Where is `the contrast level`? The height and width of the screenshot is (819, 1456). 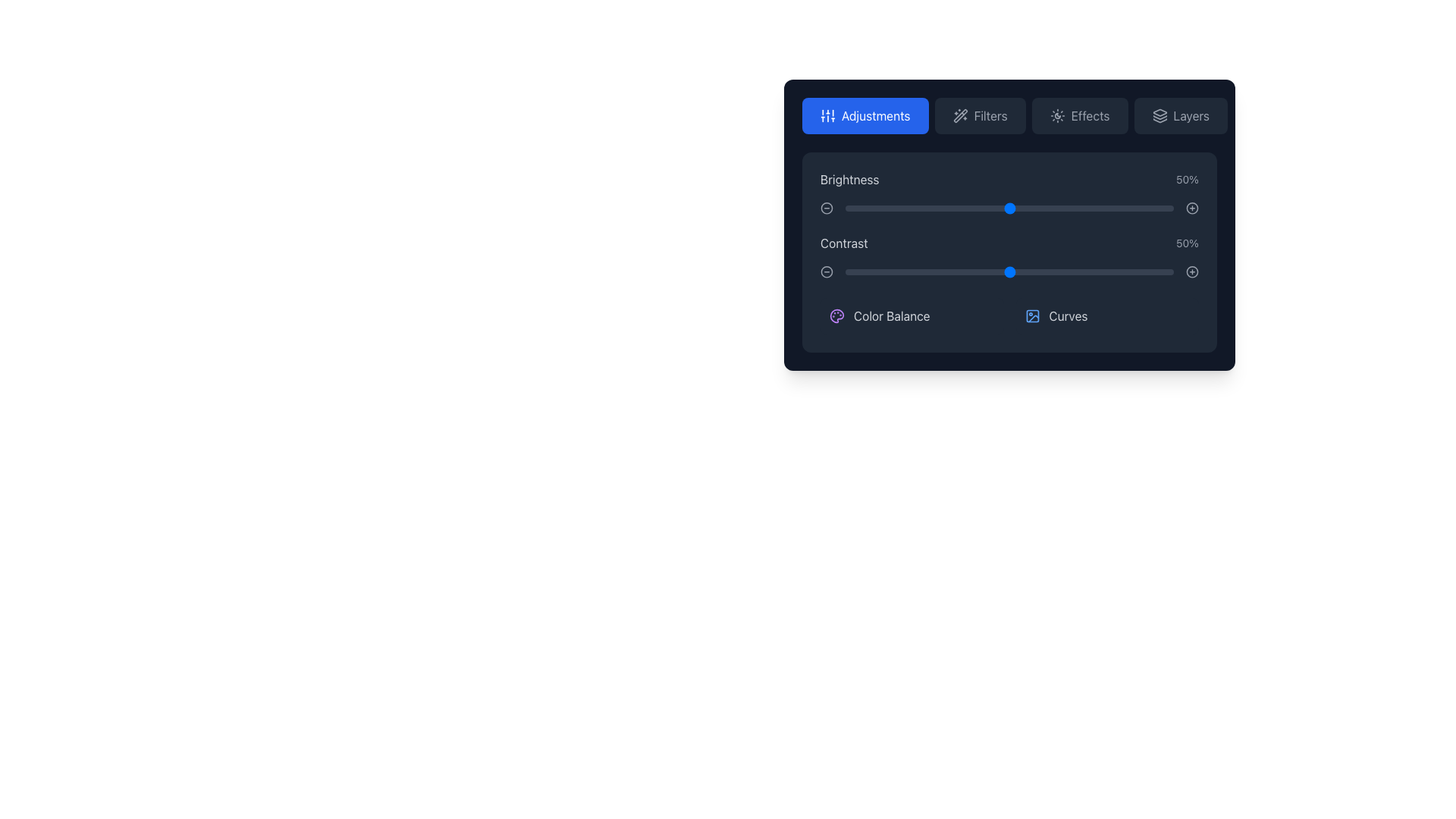
the contrast level is located at coordinates (990, 271).